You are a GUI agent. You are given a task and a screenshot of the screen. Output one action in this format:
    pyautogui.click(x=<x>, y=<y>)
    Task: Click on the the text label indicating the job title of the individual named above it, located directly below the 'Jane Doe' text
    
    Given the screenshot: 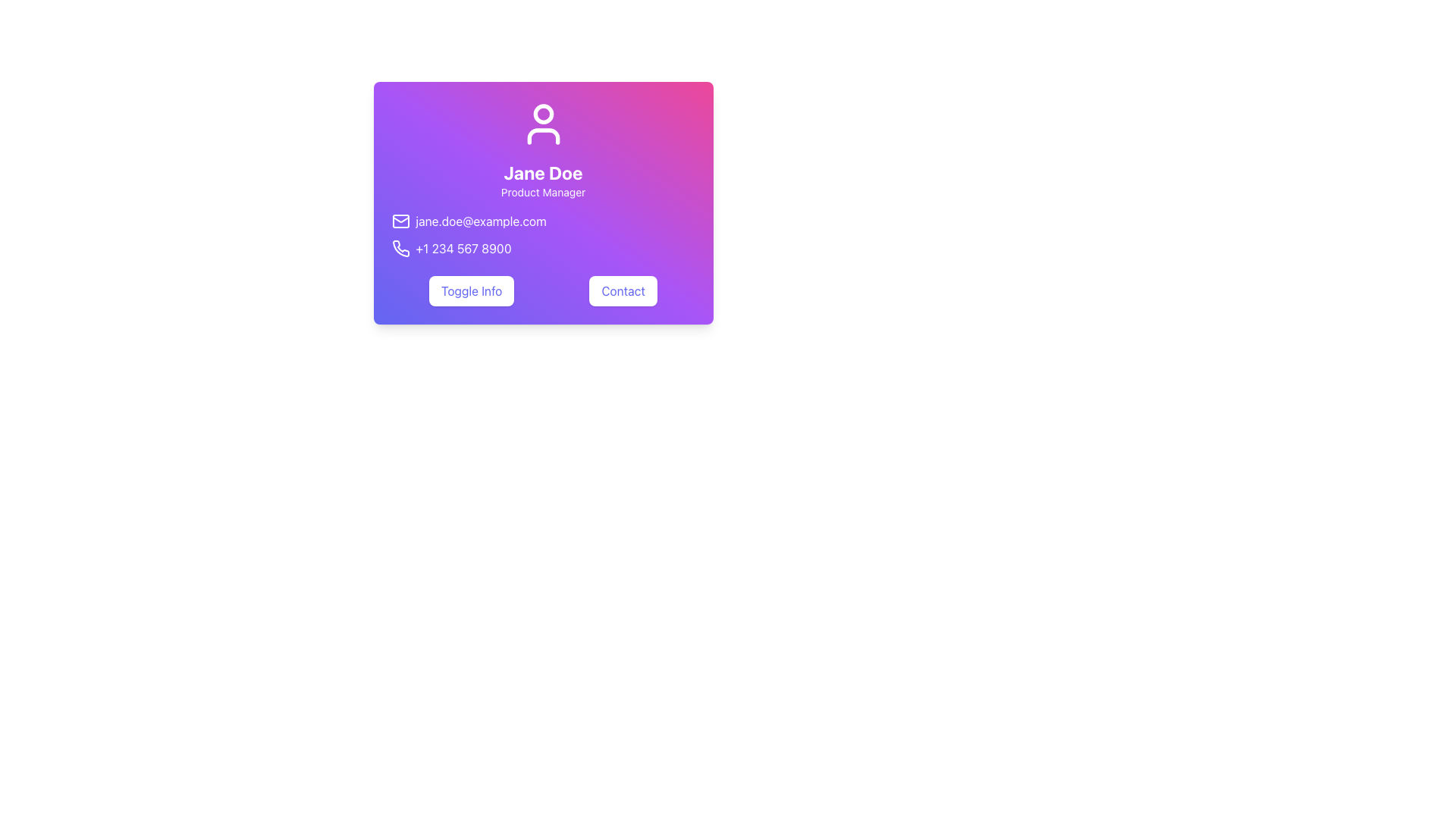 What is the action you would take?
    pyautogui.click(x=543, y=192)
    